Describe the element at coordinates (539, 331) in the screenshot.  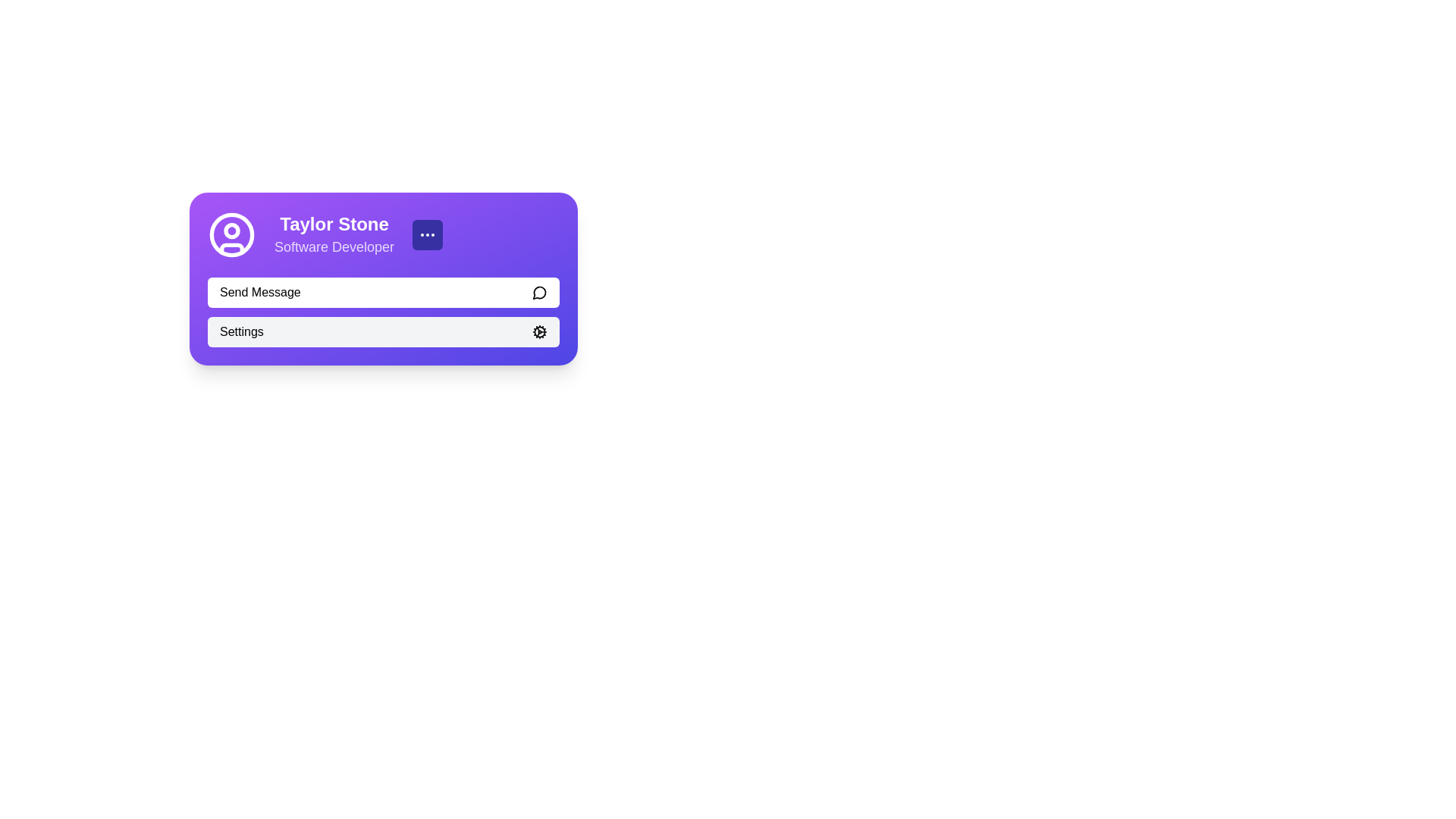
I see `the cogwheel icon that is styled with a minimalistic flat design and located adjacent to the 'Settings' label within a light gray button` at that location.